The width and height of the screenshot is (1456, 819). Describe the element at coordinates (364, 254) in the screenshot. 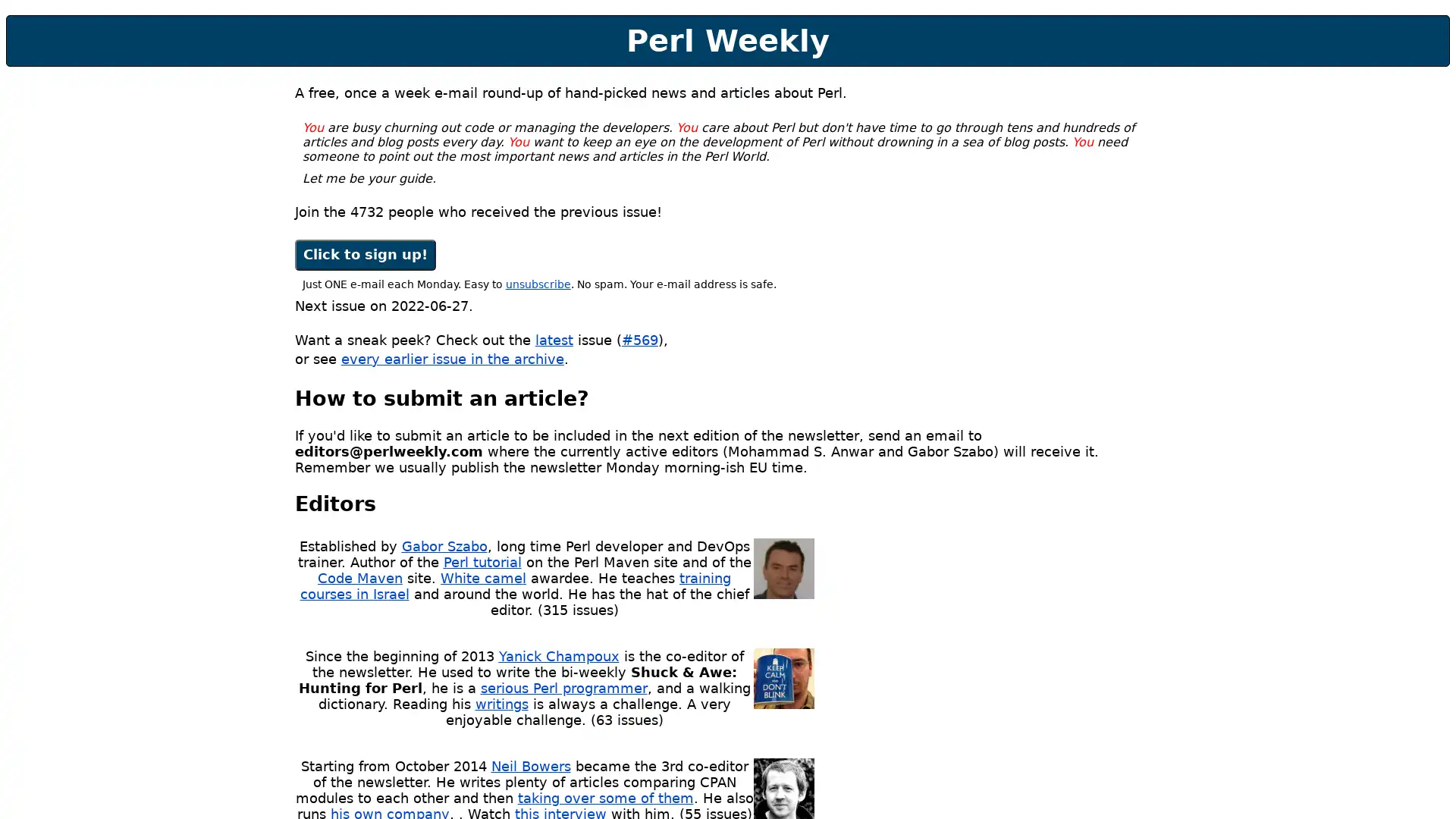

I see `Click to sign up!` at that location.